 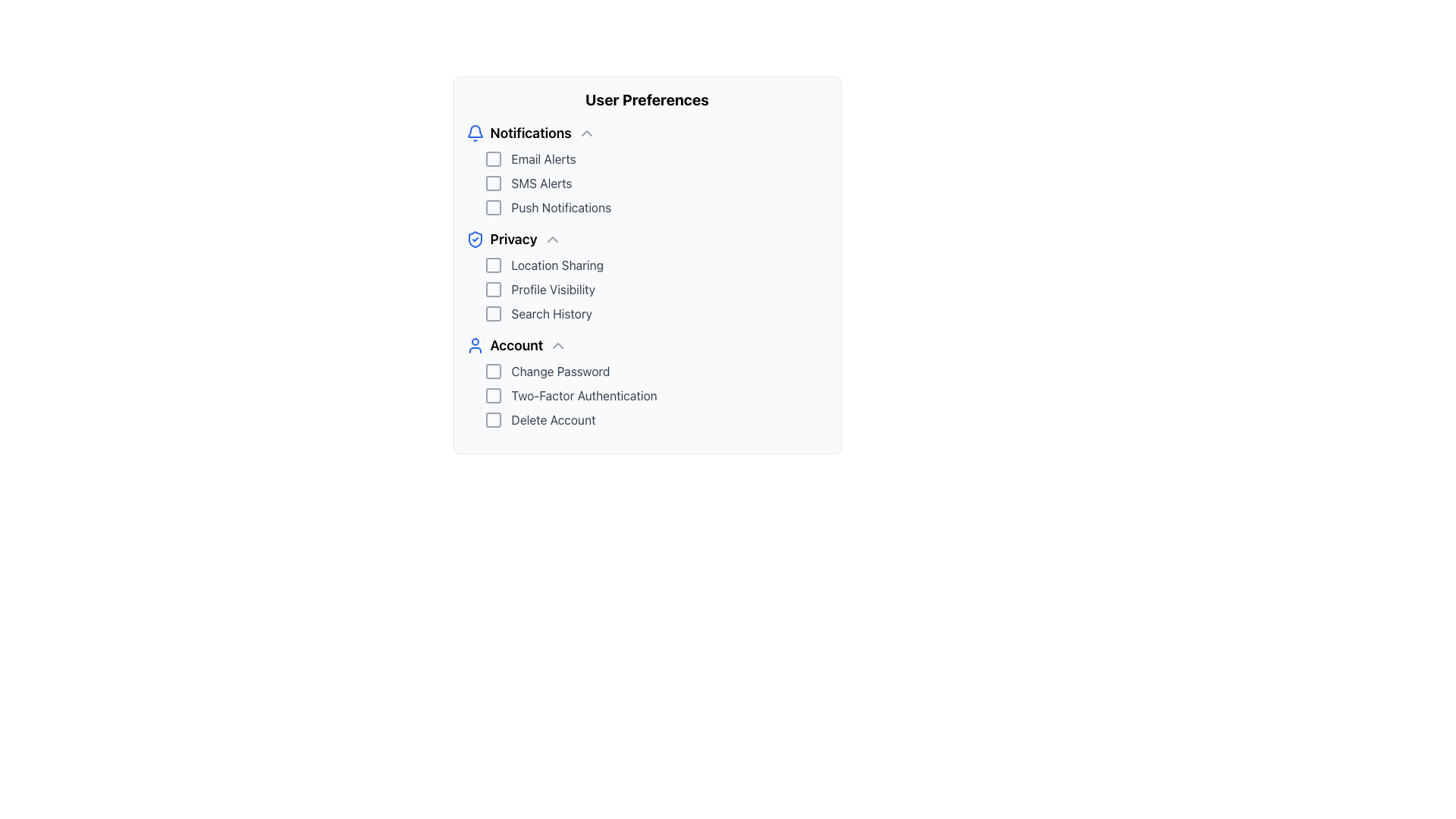 What do you see at coordinates (493, 371) in the screenshot?
I see `the checkbox/icon for 'Change Password' located under the 'Account' section of the 'User Preferences' interface` at bounding box center [493, 371].